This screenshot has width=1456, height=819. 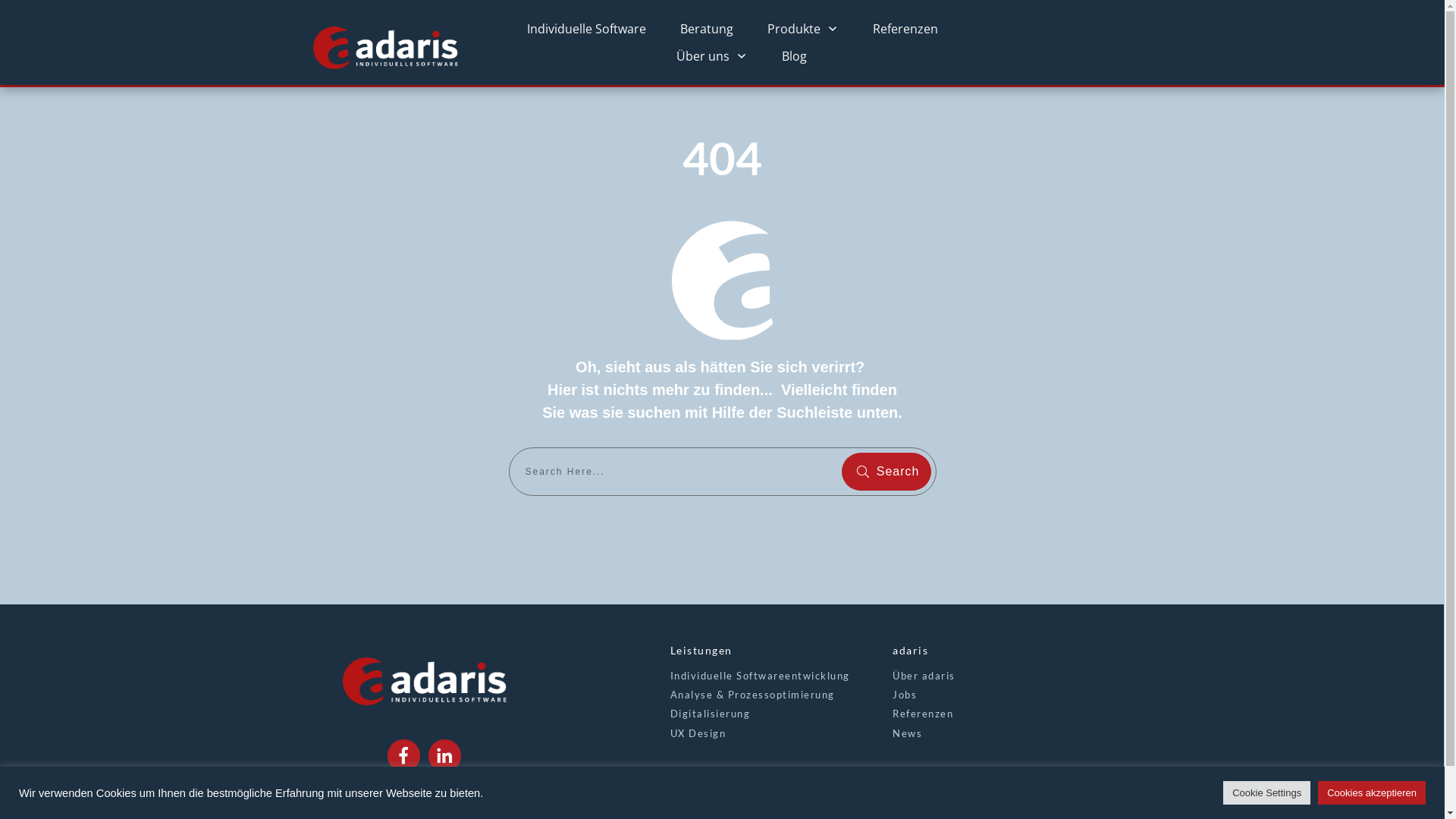 I want to click on 'adaris-a-weiss', so click(x=721, y=280).